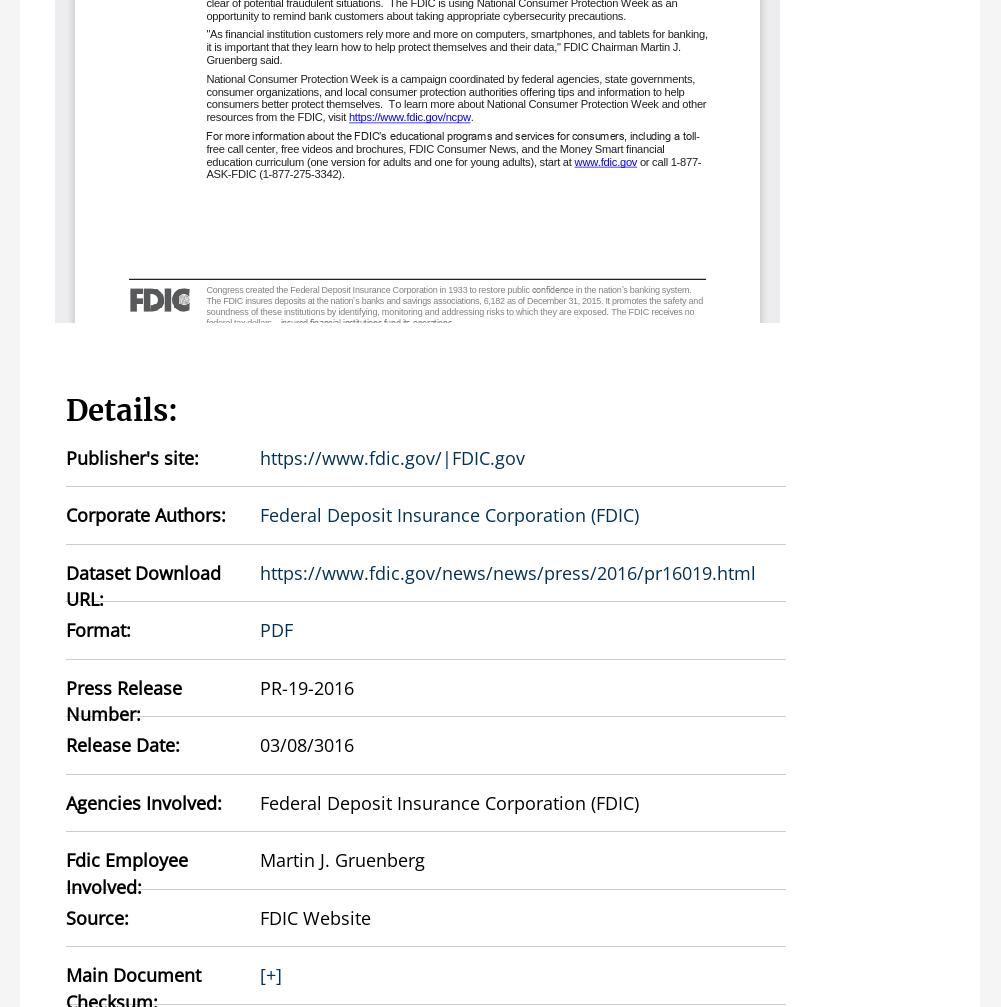 The width and height of the screenshot is (1001, 1007). I want to click on 'Release Date:', so click(122, 743).